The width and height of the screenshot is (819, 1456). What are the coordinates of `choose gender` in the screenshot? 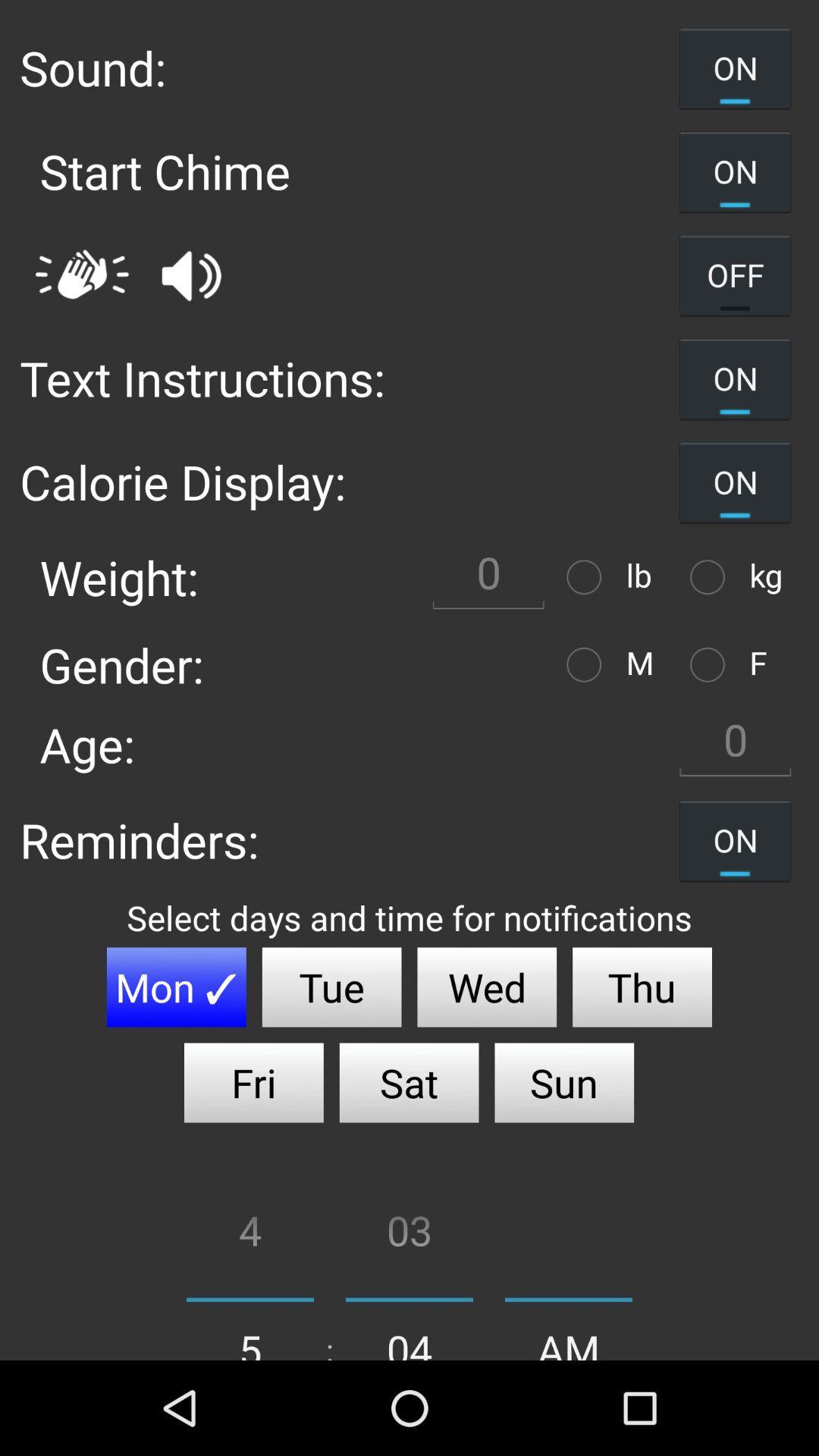 It's located at (587, 664).